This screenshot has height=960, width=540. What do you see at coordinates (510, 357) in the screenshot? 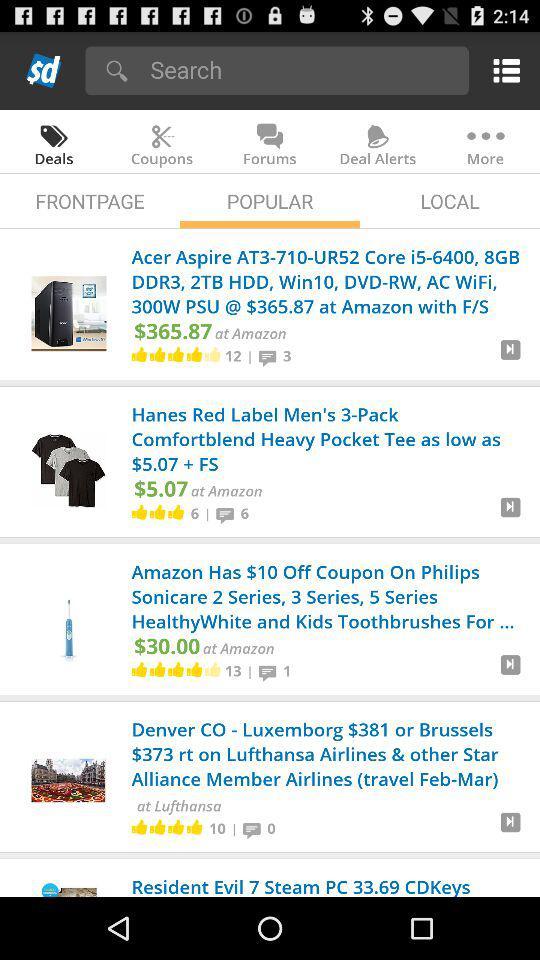
I see `movie` at bounding box center [510, 357].